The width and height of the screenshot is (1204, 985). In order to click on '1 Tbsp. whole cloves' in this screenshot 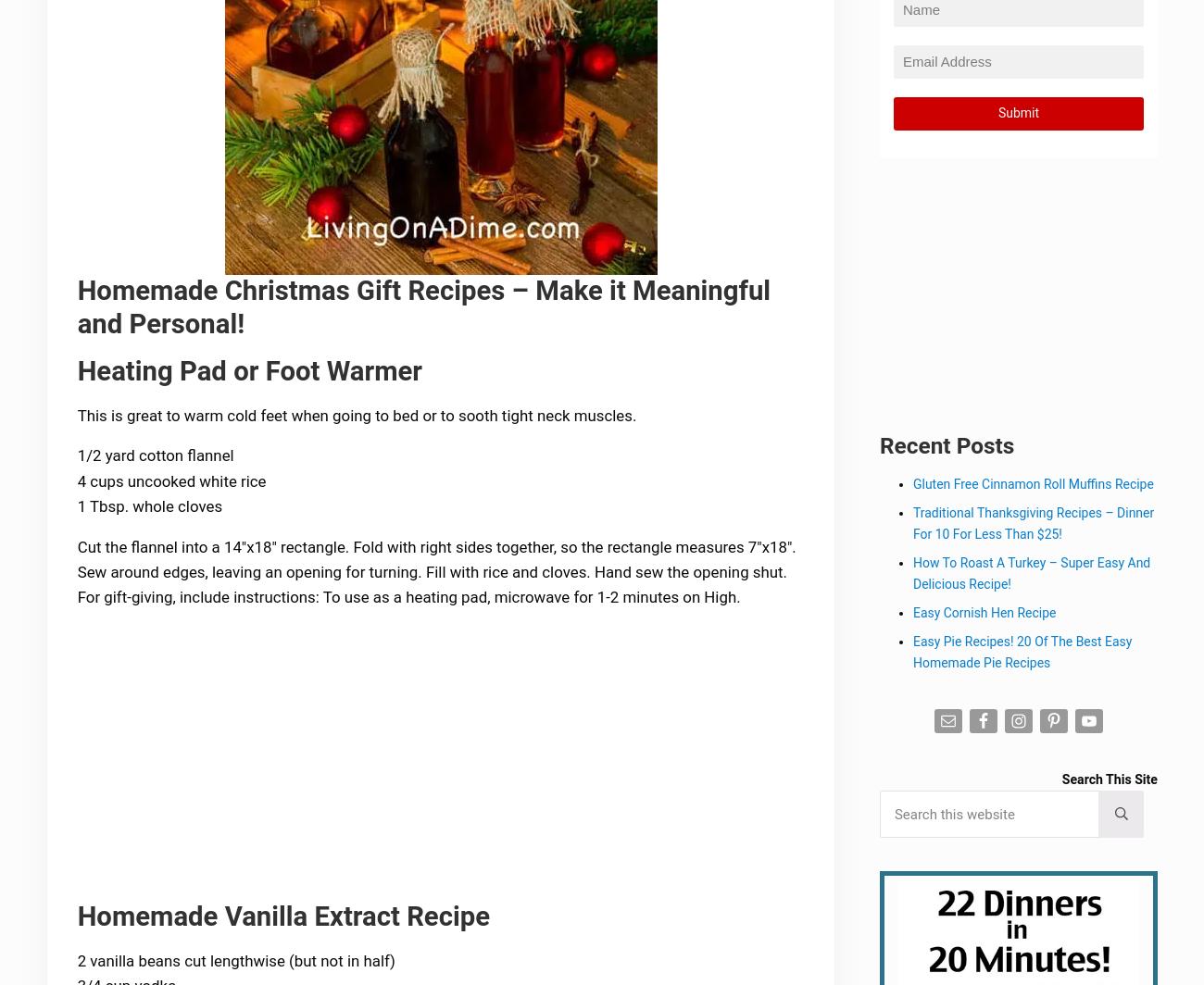, I will do `click(150, 508)`.